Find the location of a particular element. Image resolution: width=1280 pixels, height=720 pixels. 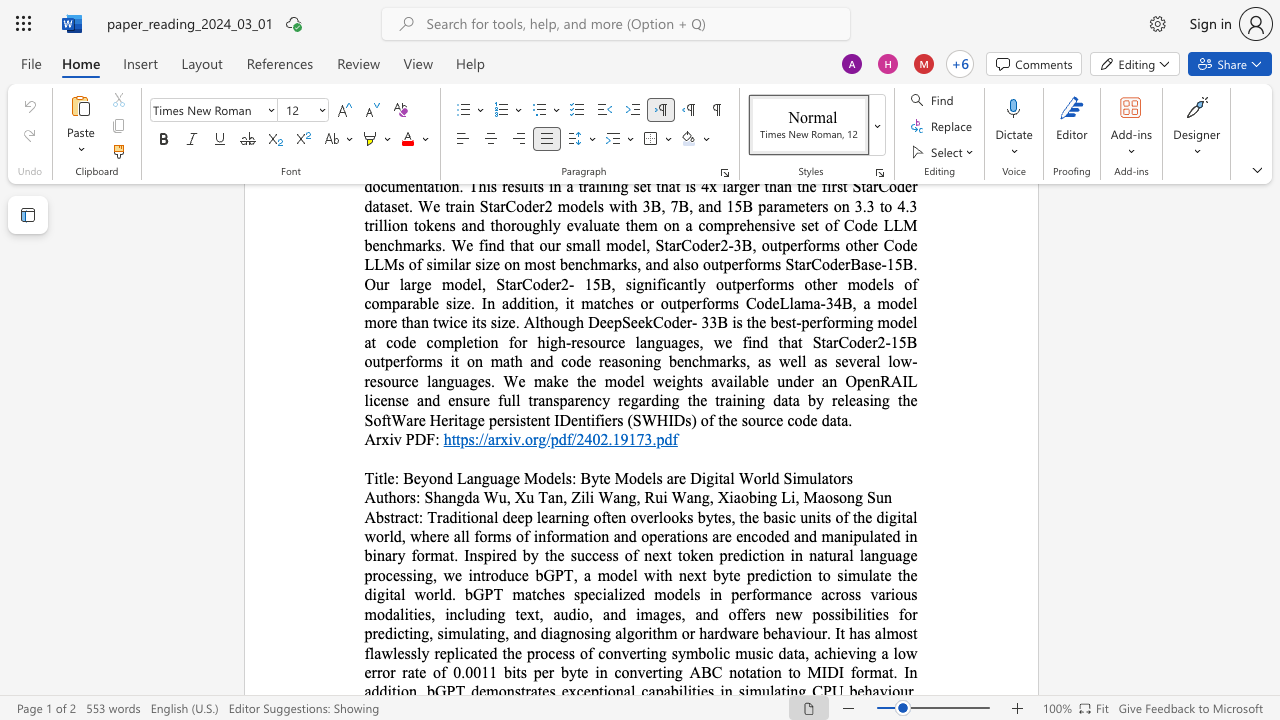

the space between the continuous character "W" and "u" in the text is located at coordinates (496, 496).